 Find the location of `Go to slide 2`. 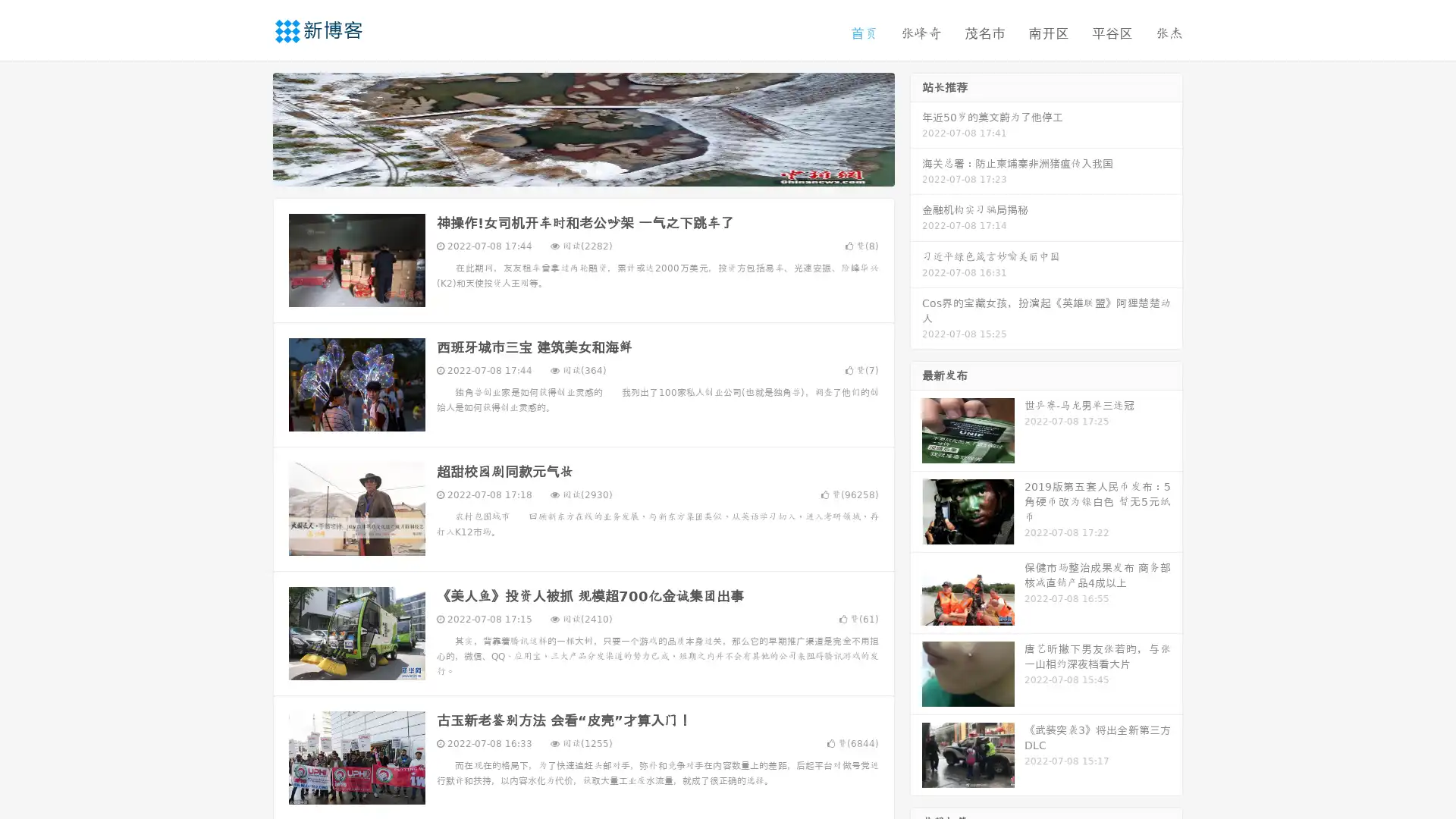

Go to slide 2 is located at coordinates (582, 171).